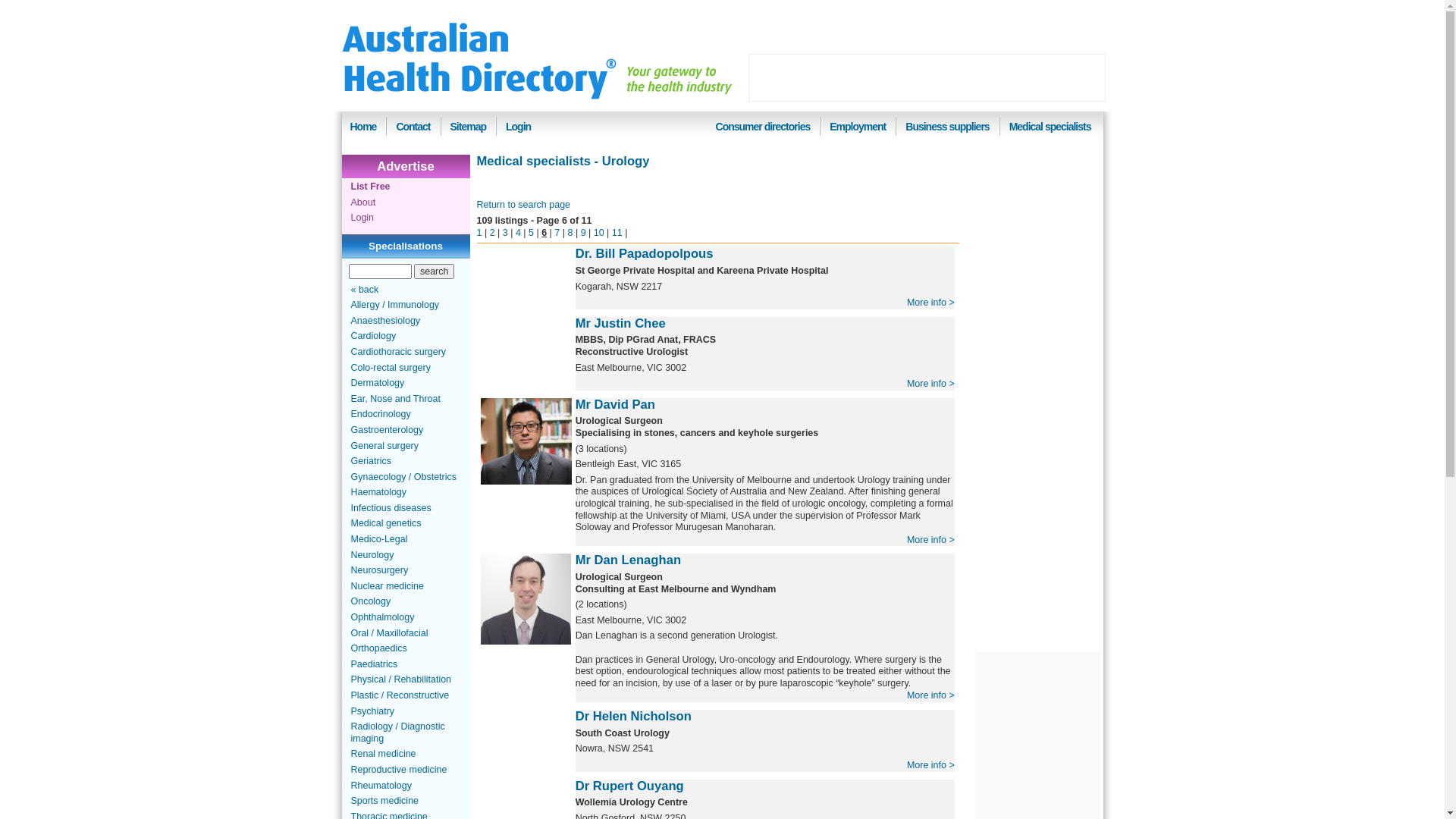 The image size is (1456, 819). What do you see at coordinates (1032, 388) in the screenshot?
I see `'Advertisement'` at bounding box center [1032, 388].